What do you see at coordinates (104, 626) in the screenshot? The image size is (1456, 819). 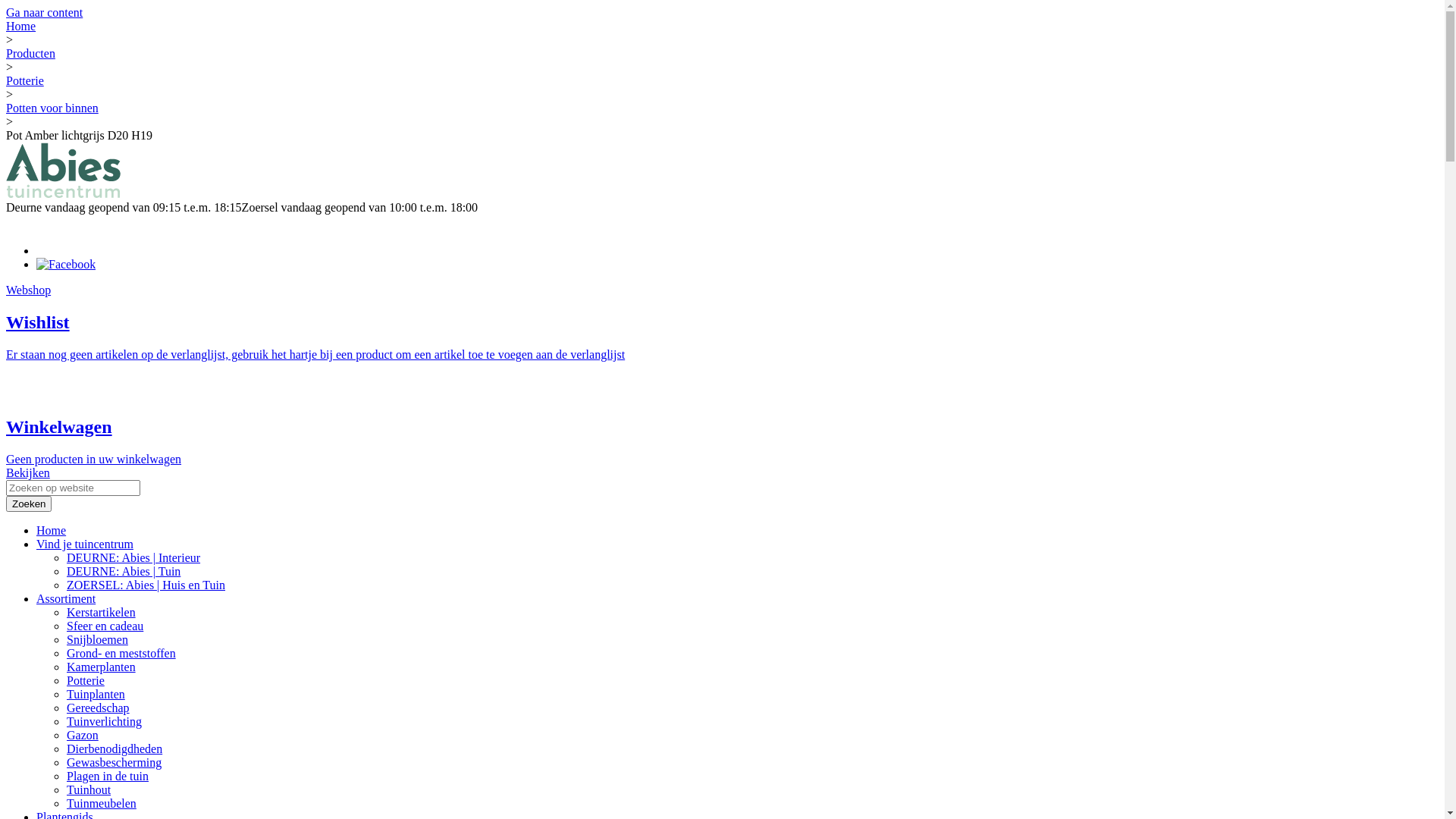 I see `'Sfeer en cadeau'` at bounding box center [104, 626].